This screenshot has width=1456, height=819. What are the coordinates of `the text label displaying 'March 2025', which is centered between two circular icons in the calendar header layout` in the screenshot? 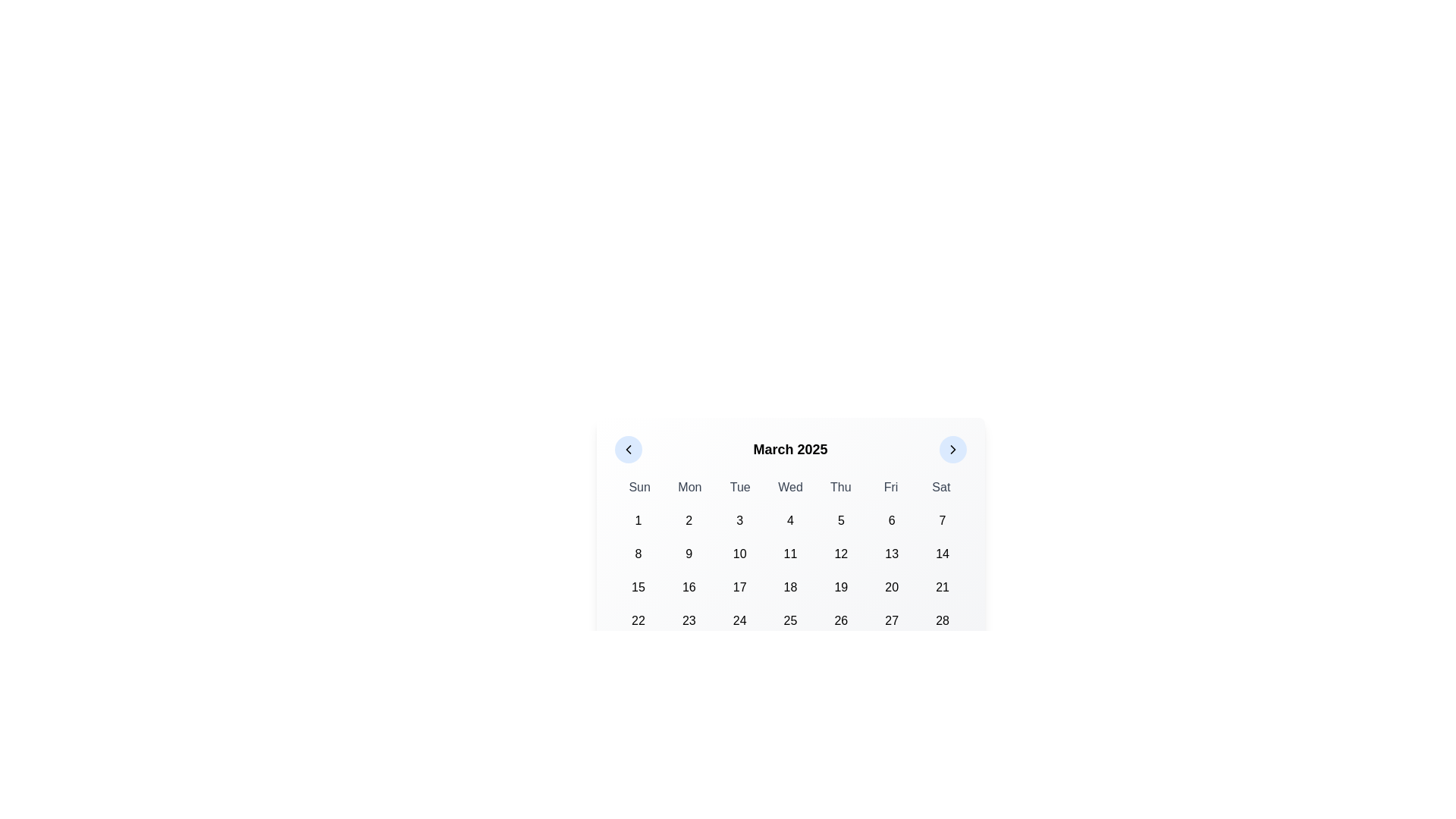 It's located at (789, 449).